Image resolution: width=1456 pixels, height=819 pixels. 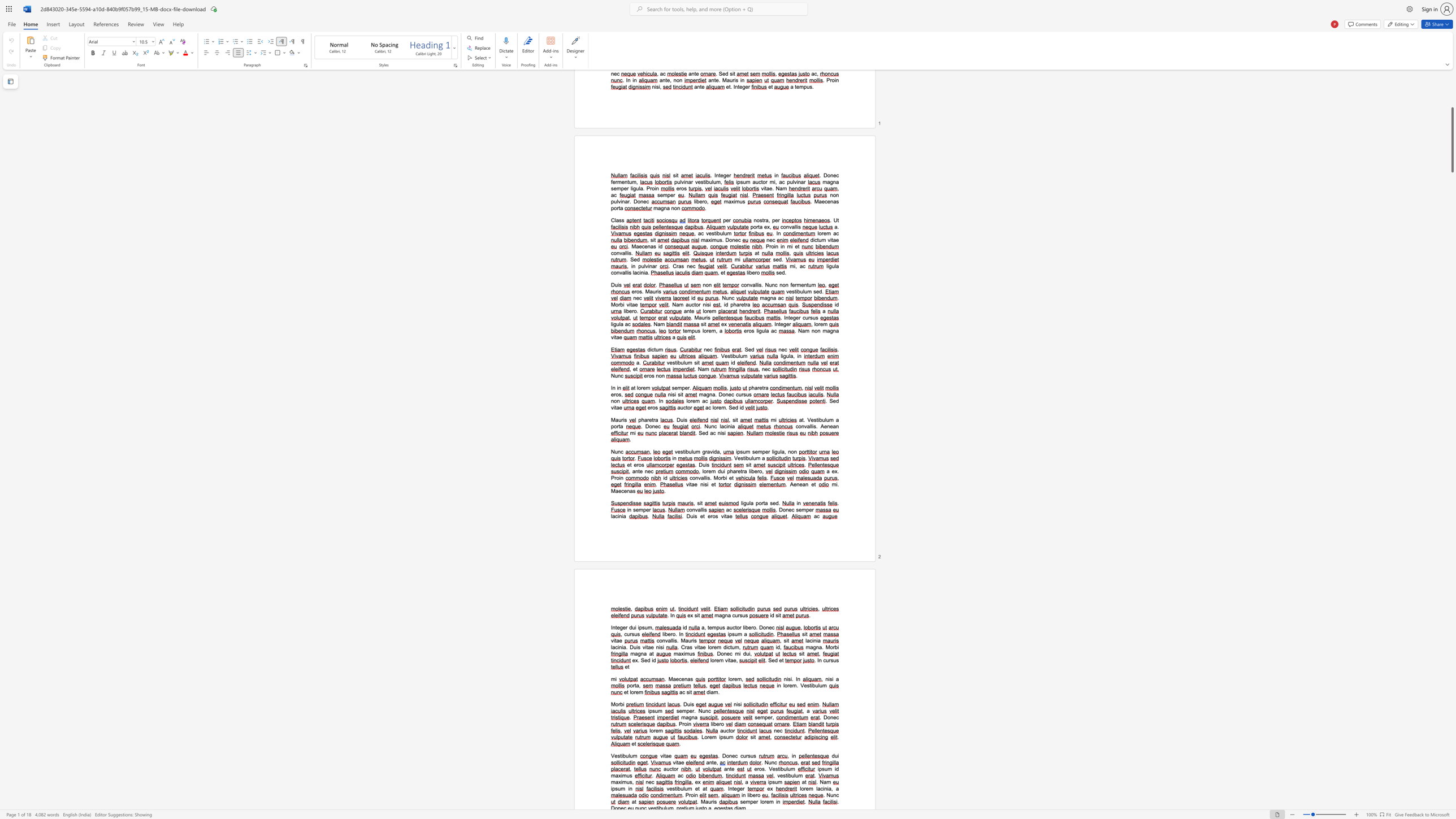 What do you see at coordinates (728, 788) in the screenshot?
I see `the 1th character "I" in the text` at bounding box center [728, 788].